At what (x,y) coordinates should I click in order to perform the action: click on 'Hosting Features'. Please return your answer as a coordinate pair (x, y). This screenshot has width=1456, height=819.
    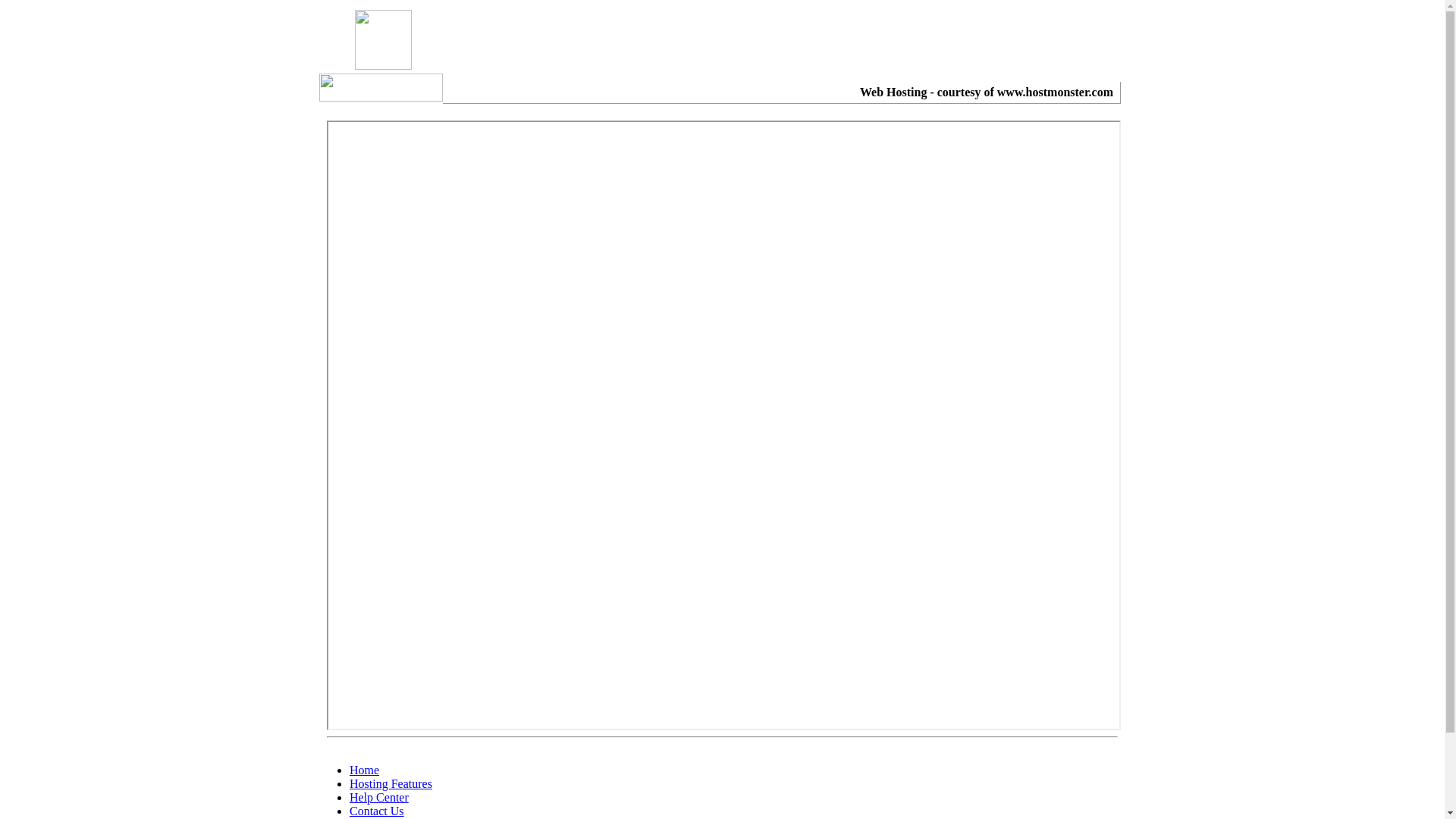
    Looking at the image, I should click on (348, 783).